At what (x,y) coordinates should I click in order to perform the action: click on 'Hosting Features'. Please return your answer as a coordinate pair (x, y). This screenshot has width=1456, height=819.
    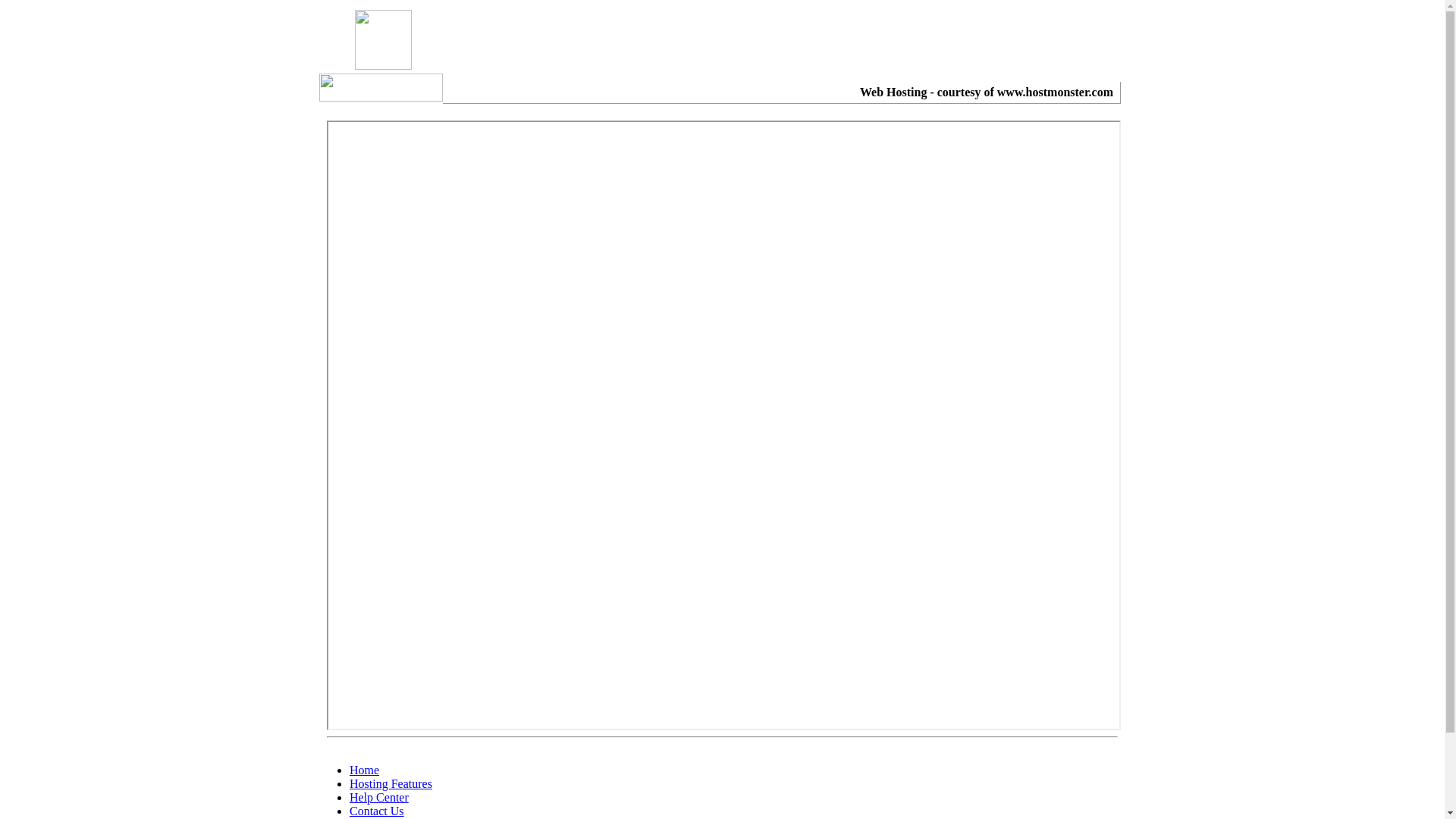
    Looking at the image, I should click on (348, 783).